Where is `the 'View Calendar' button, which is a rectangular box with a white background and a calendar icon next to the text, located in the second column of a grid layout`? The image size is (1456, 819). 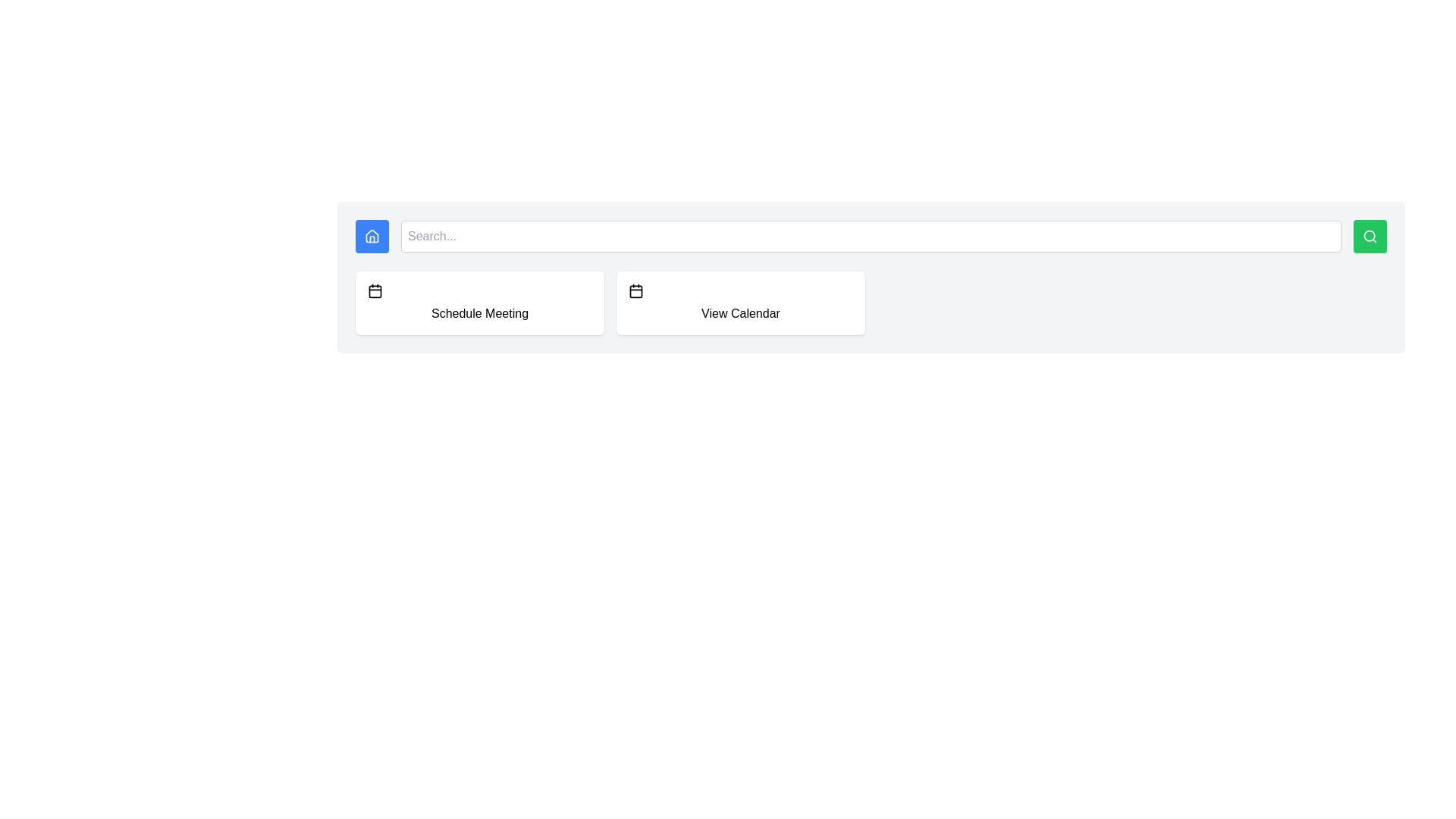 the 'View Calendar' button, which is a rectangular box with a white background and a calendar icon next to the text, located in the second column of a grid layout is located at coordinates (741, 303).